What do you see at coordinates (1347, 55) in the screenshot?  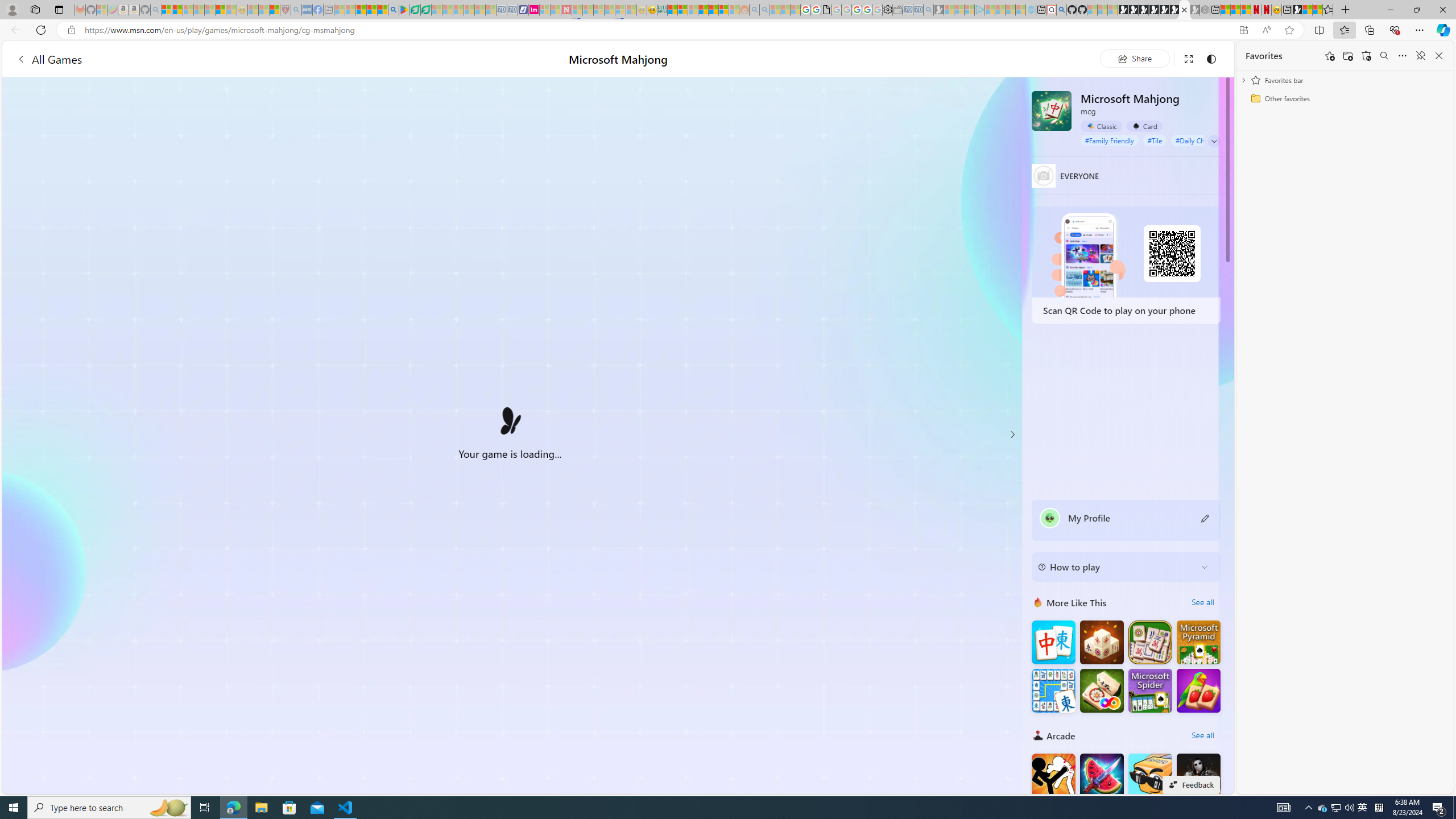 I see `'Add folder'` at bounding box center [1347, 55].